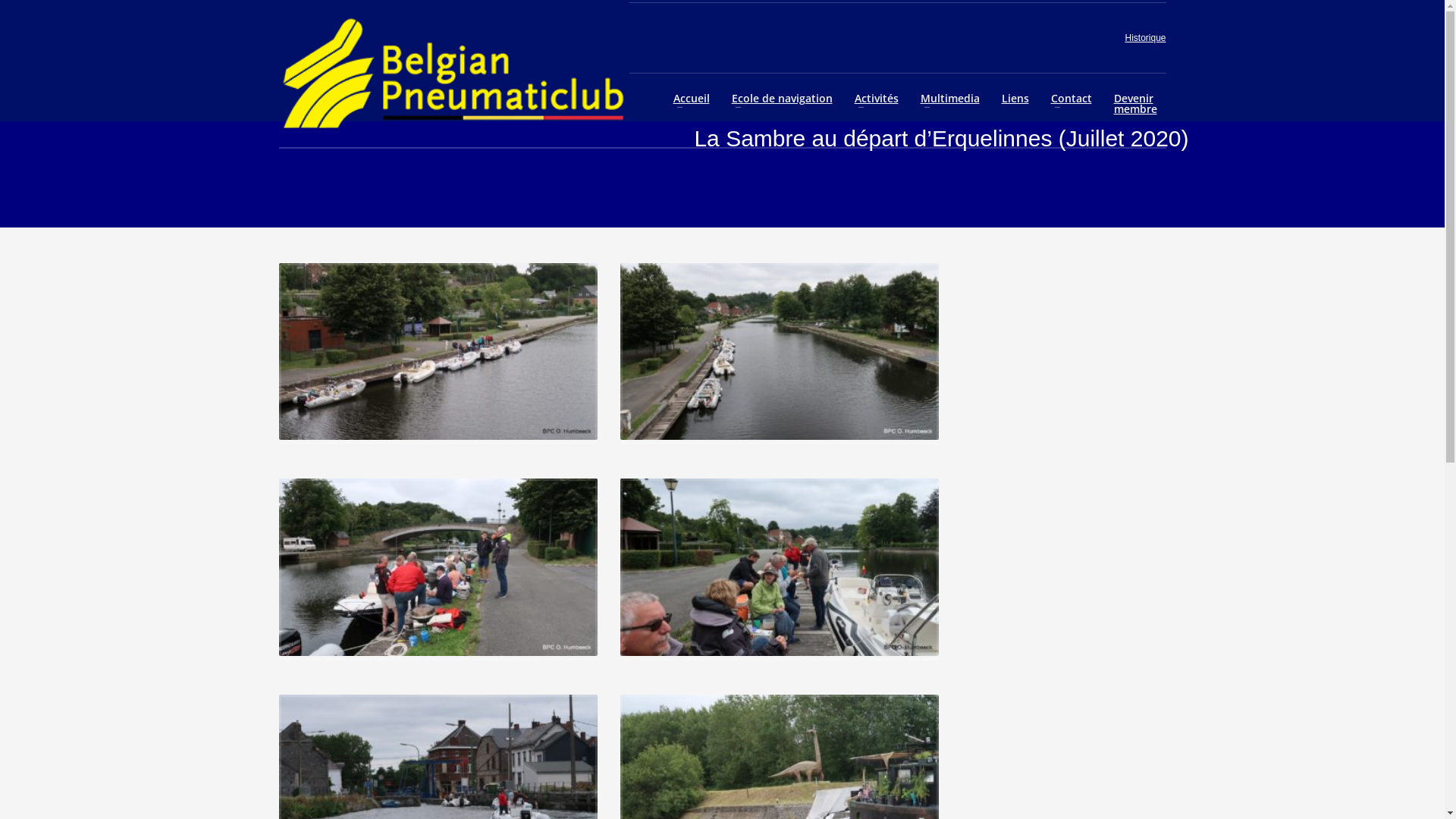 This screenshot has width=1456, height=819. I want to click on 'Accueil', so click(691, 99).